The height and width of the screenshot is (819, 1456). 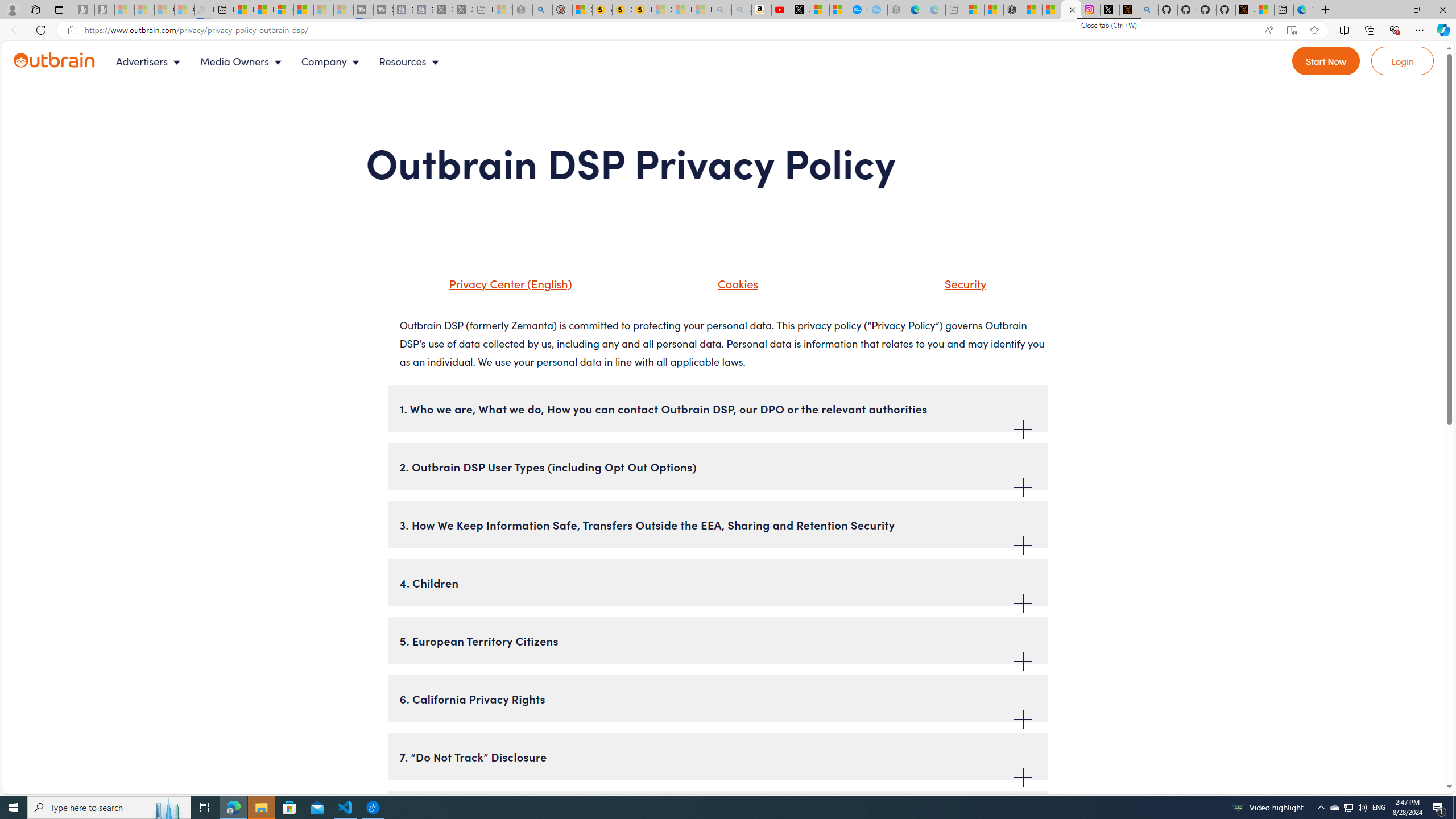 What do you see at coordinates (507, 283) in the screenshot?
I see `'Privacy Center (English)'` at bounding box center [507, 283].